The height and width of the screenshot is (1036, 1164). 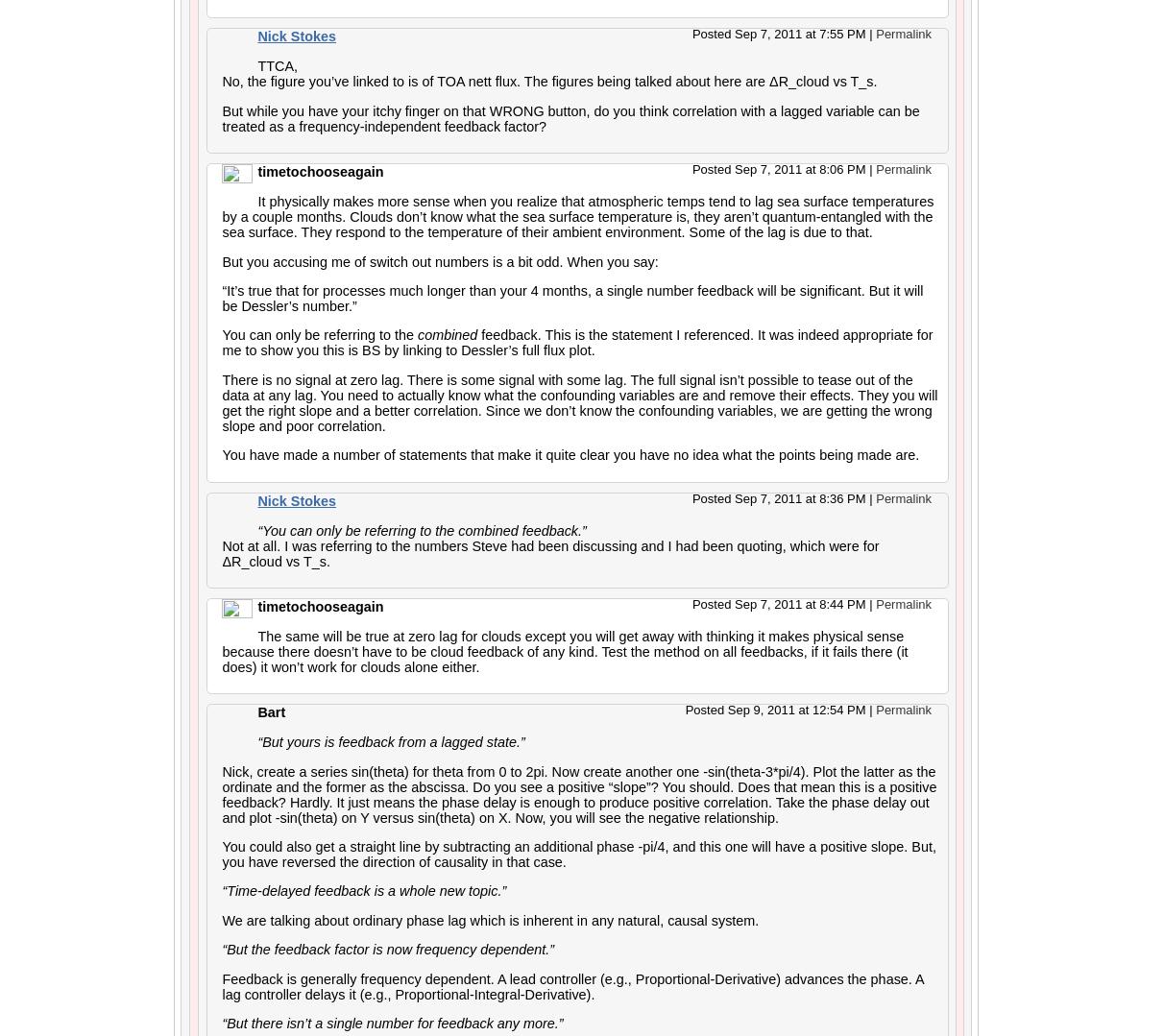 What do you see at coordinates (271, 711) in the screenshot?
I see `'Bart'` at bounding box center [271, 711].